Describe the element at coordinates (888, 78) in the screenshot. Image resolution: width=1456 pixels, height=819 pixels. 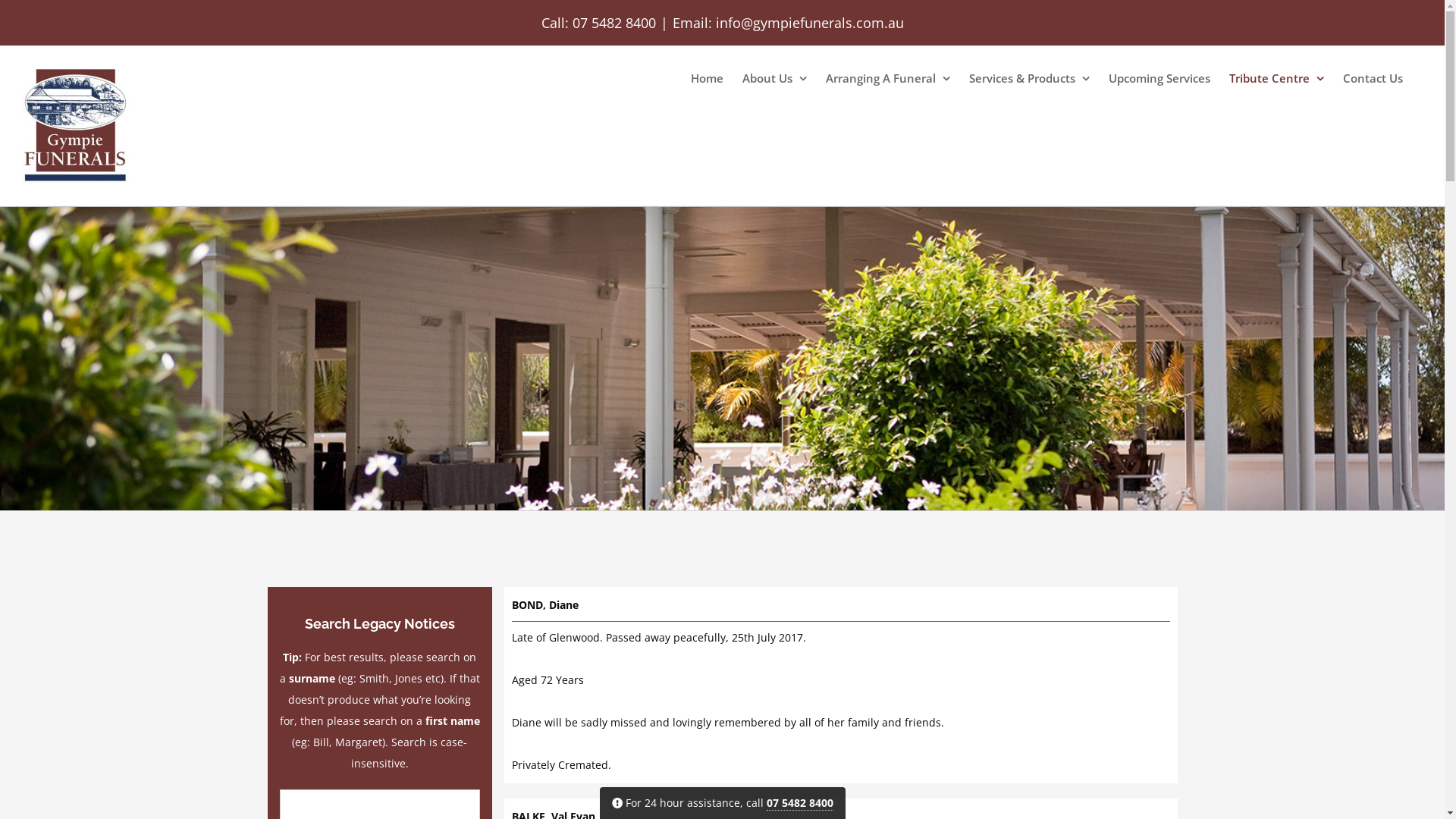
I see `'Arranging A Funeral'` at that location.